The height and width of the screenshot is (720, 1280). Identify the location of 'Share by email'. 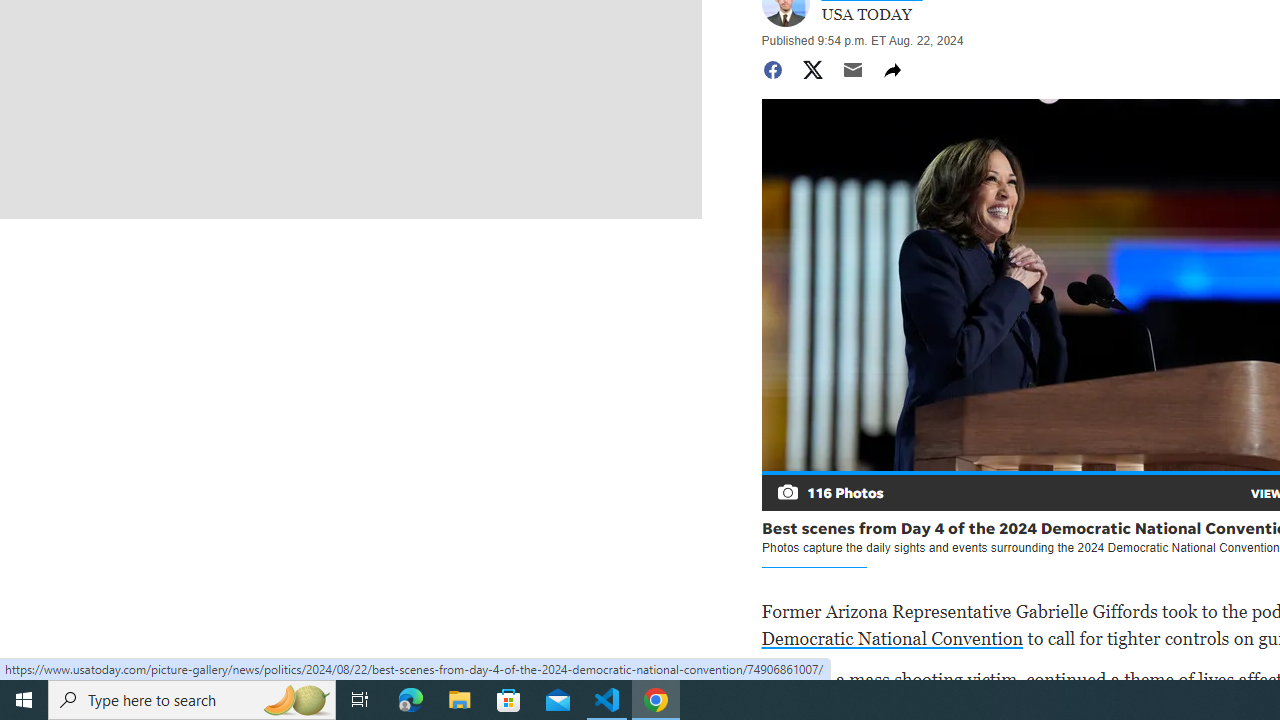
(852, 68).